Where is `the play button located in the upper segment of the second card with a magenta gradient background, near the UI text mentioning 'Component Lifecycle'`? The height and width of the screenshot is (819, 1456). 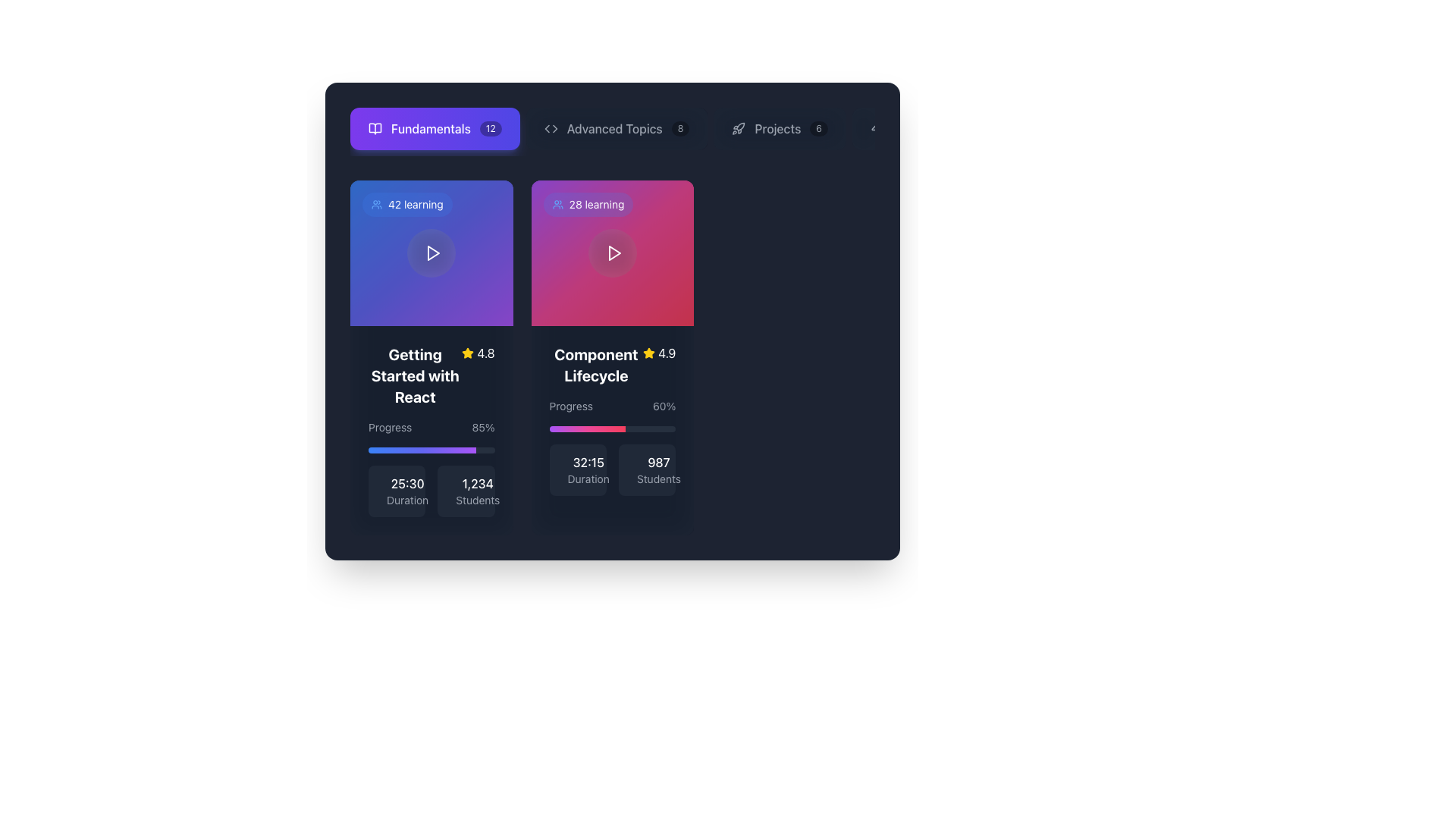 the play button located in the upper segment of the second card with a magenta gradient background, near the UI text mentioning 'Component Lifecycle' is located at coordinates (612, 253).